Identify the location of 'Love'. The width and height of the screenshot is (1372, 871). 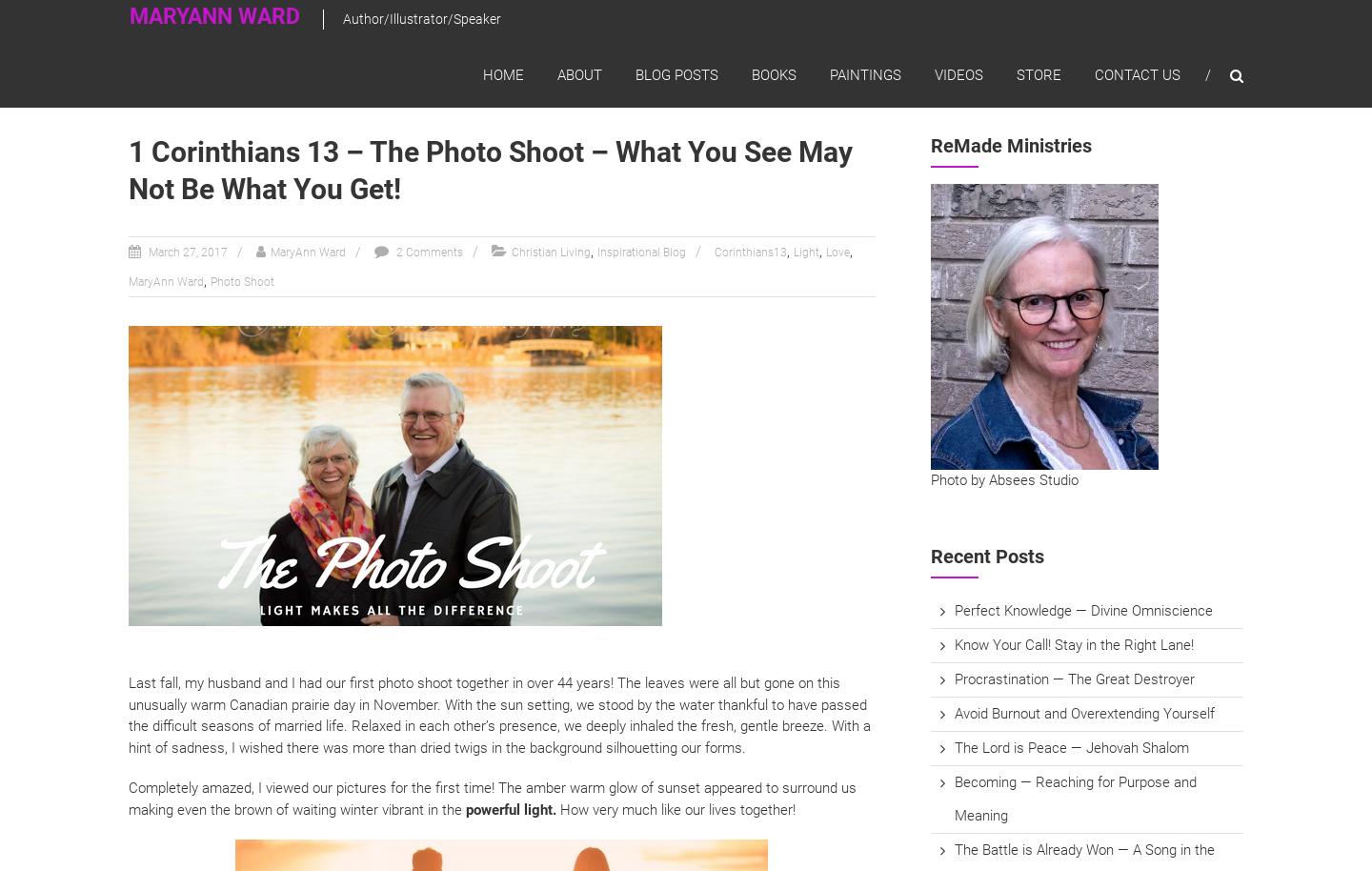
(837, 251).